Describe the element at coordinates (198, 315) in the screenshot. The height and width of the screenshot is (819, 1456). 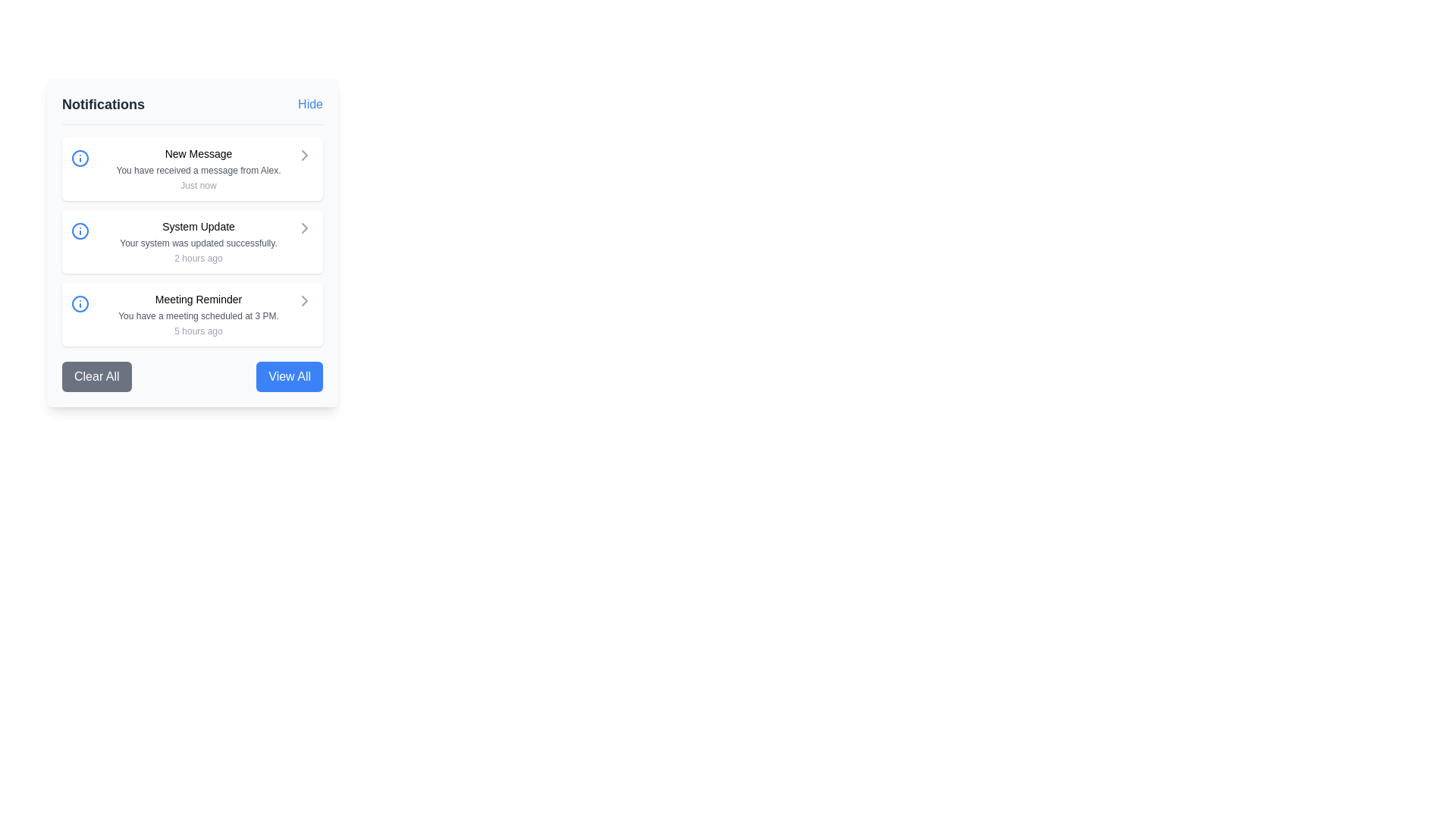
I see `content displayed in the Text Label that provides details about the meeting scheduled at a specific time, located below the 'Meeting Reminder' title and above the '5 hours ago' text` at that location.